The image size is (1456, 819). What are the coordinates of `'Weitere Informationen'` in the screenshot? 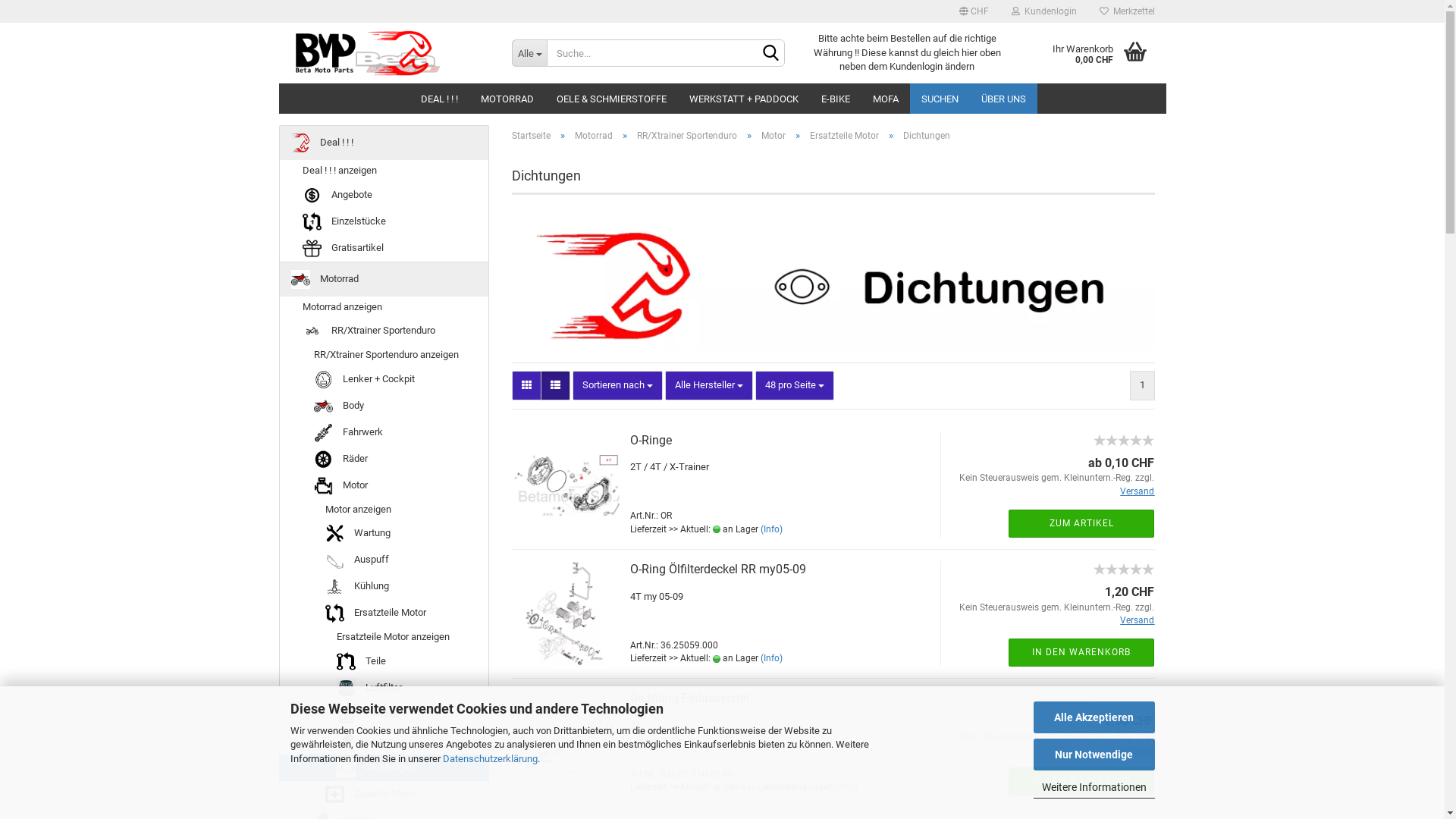 It's located at (1093, 786).